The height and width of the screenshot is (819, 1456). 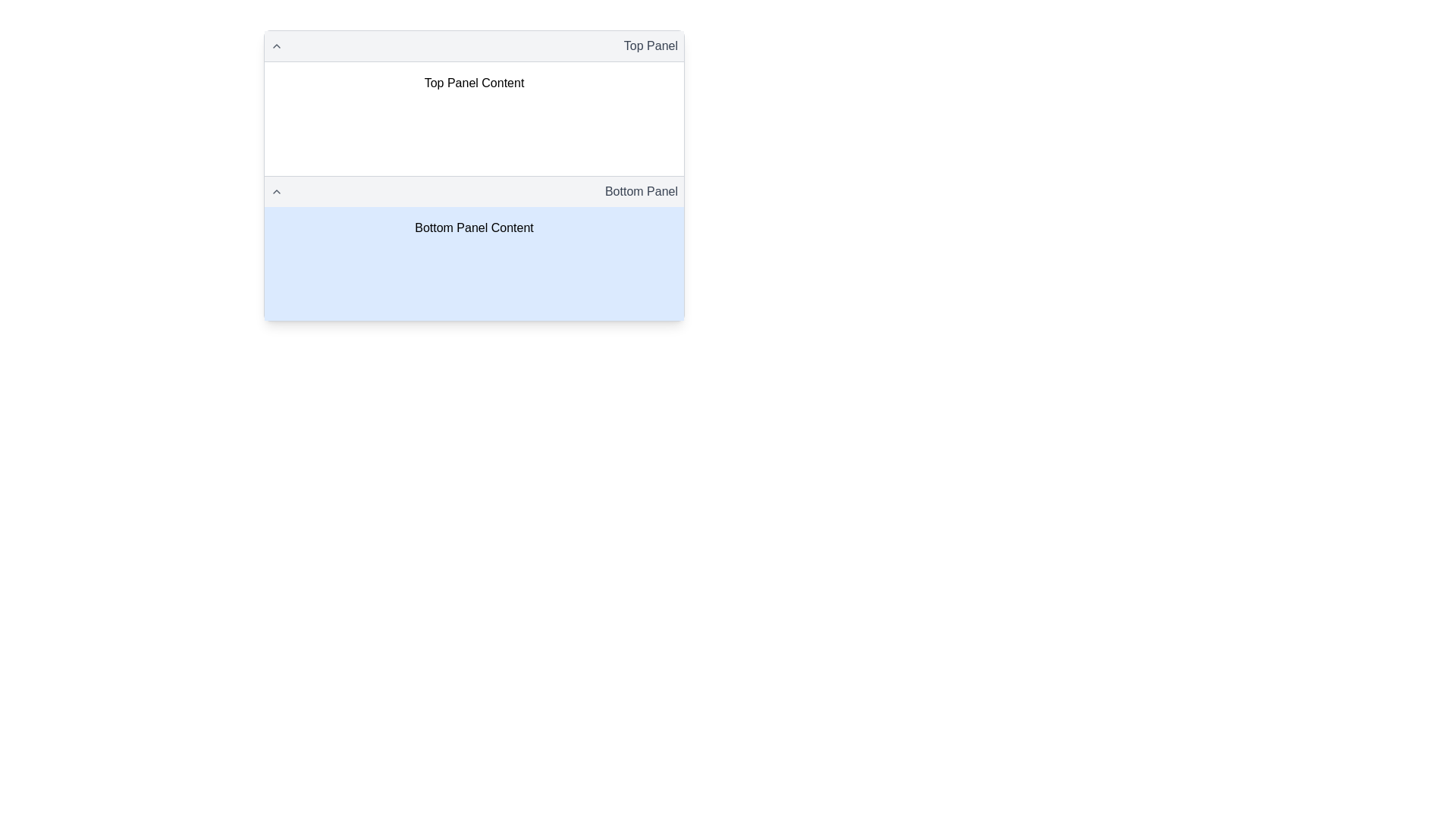 What do you see at coordinates (276, 45) in the screenshot?
I see `the upward-pointing chevron icon button in the Top Panel` at bounding box center [276, 45].